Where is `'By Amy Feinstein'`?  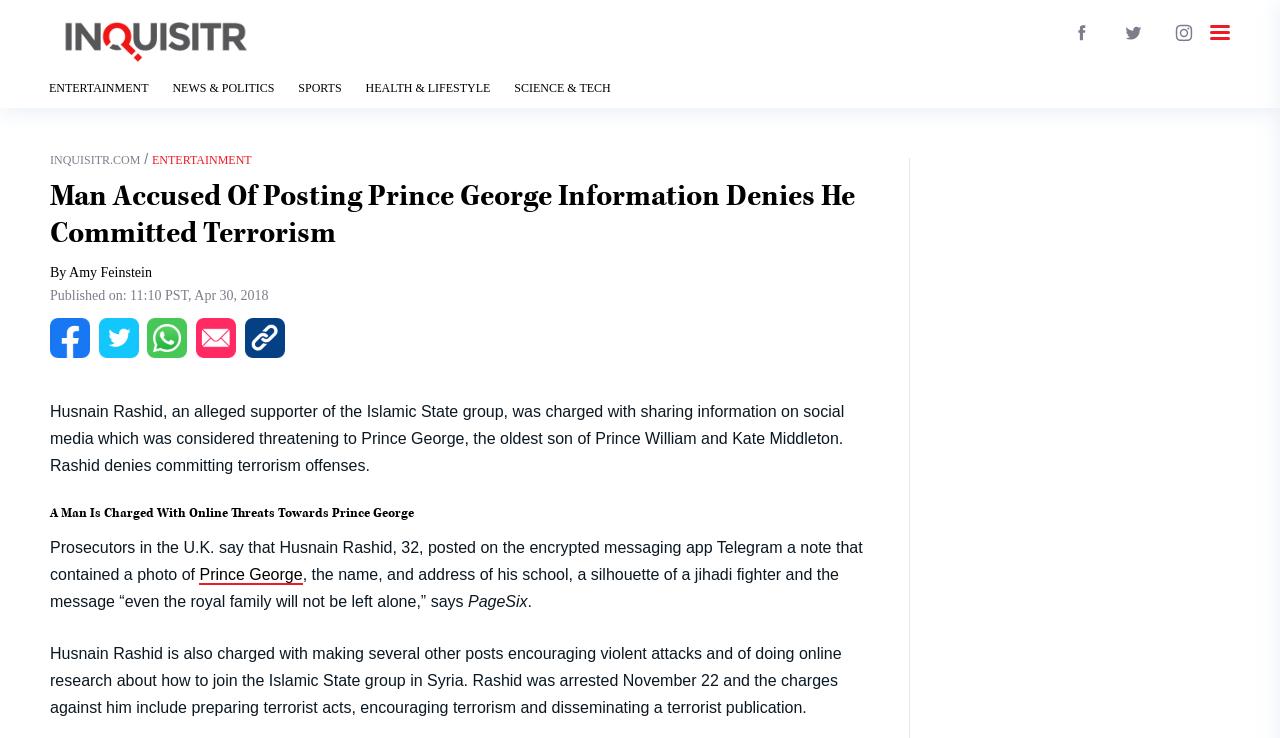
'By Amy Feinstein' is located at coordinates (99, 272).